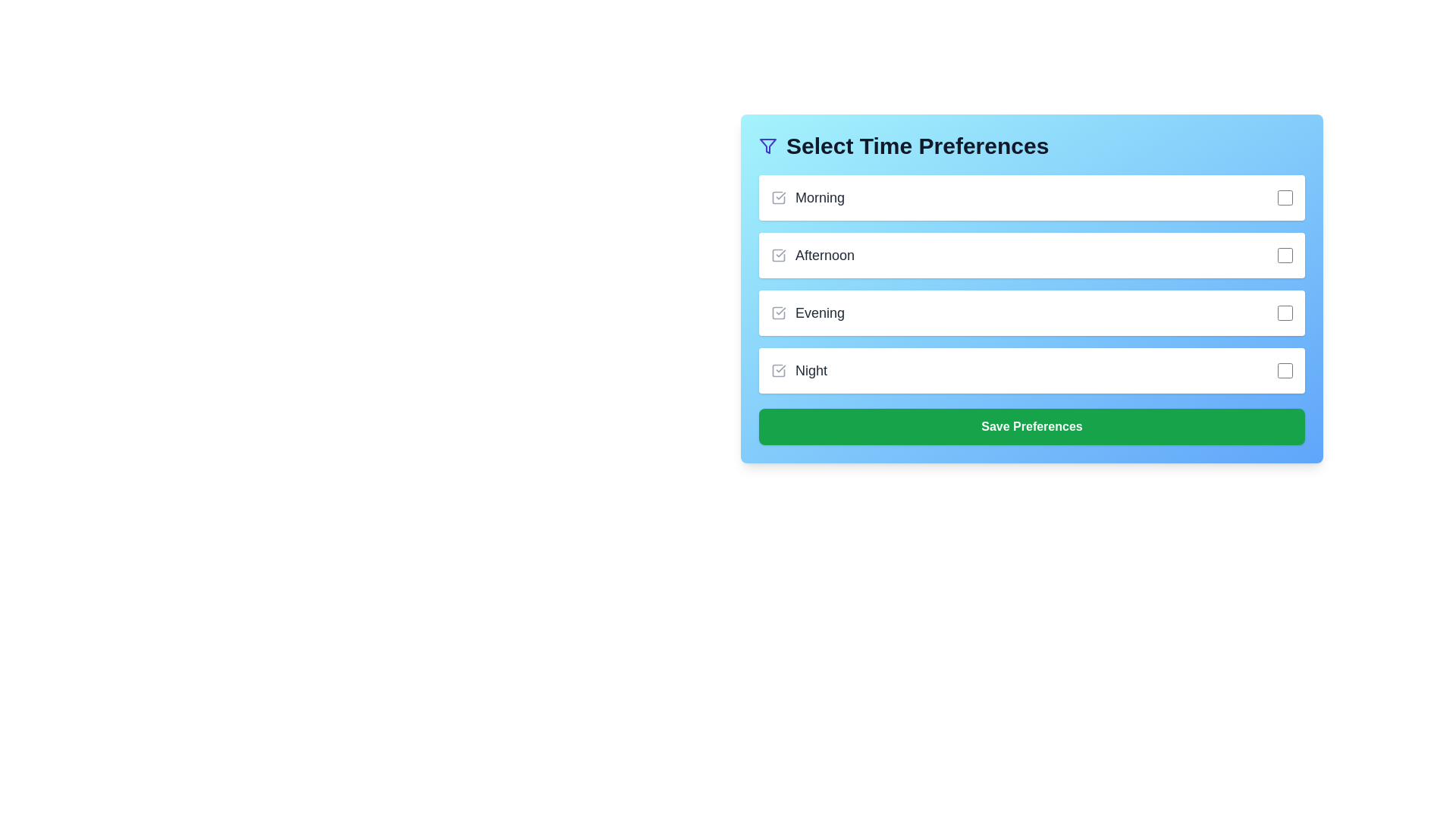 The height and width of the screenshot is (819, 1456). Describe the element at coordinates (779, 197) in the screenshot. I see `the 'Morning' time preference checkbox, which visually indicates the selection of the option within the 'Select Time Preferences' section` at that location.